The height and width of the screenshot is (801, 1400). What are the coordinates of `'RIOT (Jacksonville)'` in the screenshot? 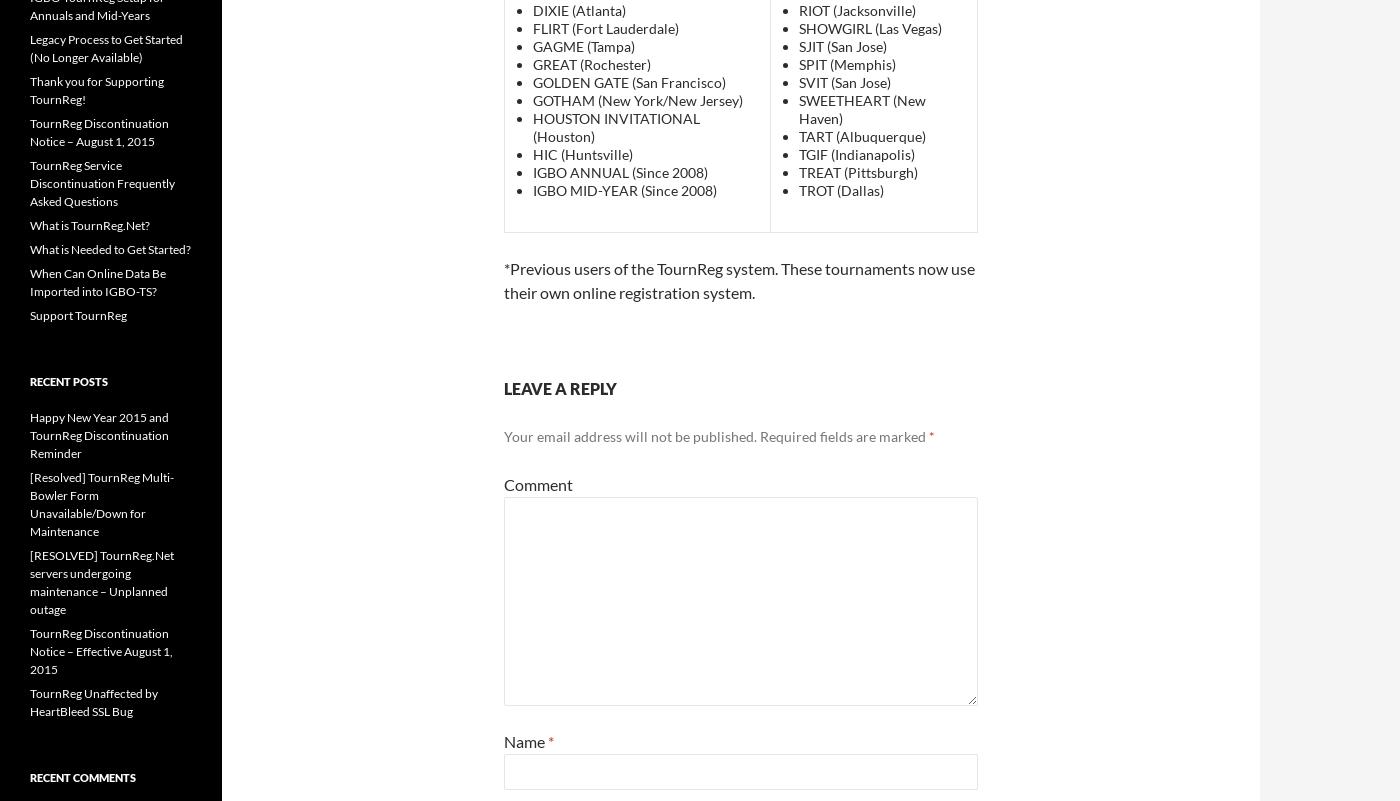 It's located at (856, 10).